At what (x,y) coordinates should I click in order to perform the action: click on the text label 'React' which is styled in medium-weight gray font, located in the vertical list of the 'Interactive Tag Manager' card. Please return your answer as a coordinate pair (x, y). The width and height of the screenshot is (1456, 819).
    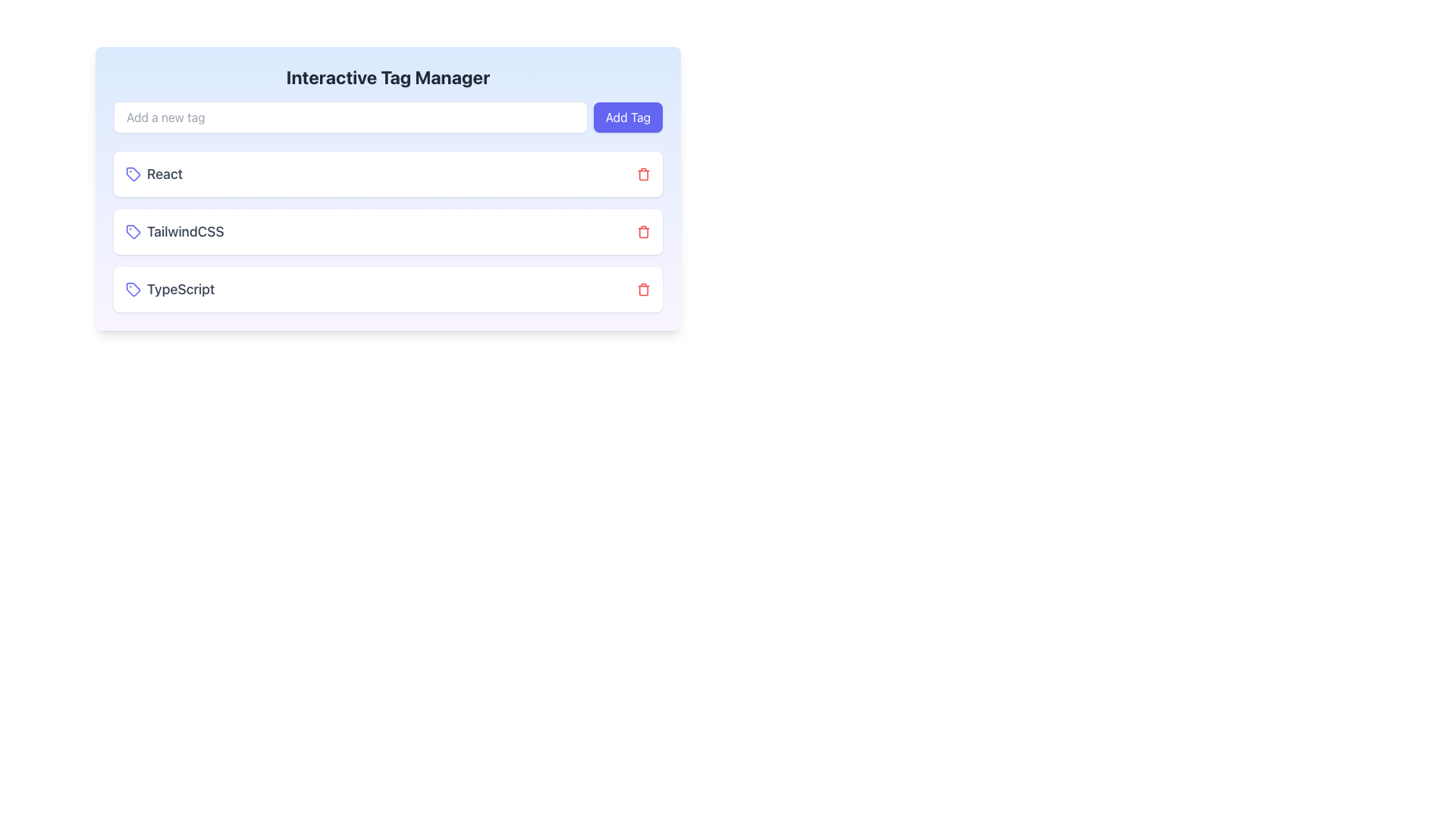
    Looking at the image, I should click on (165, 174).